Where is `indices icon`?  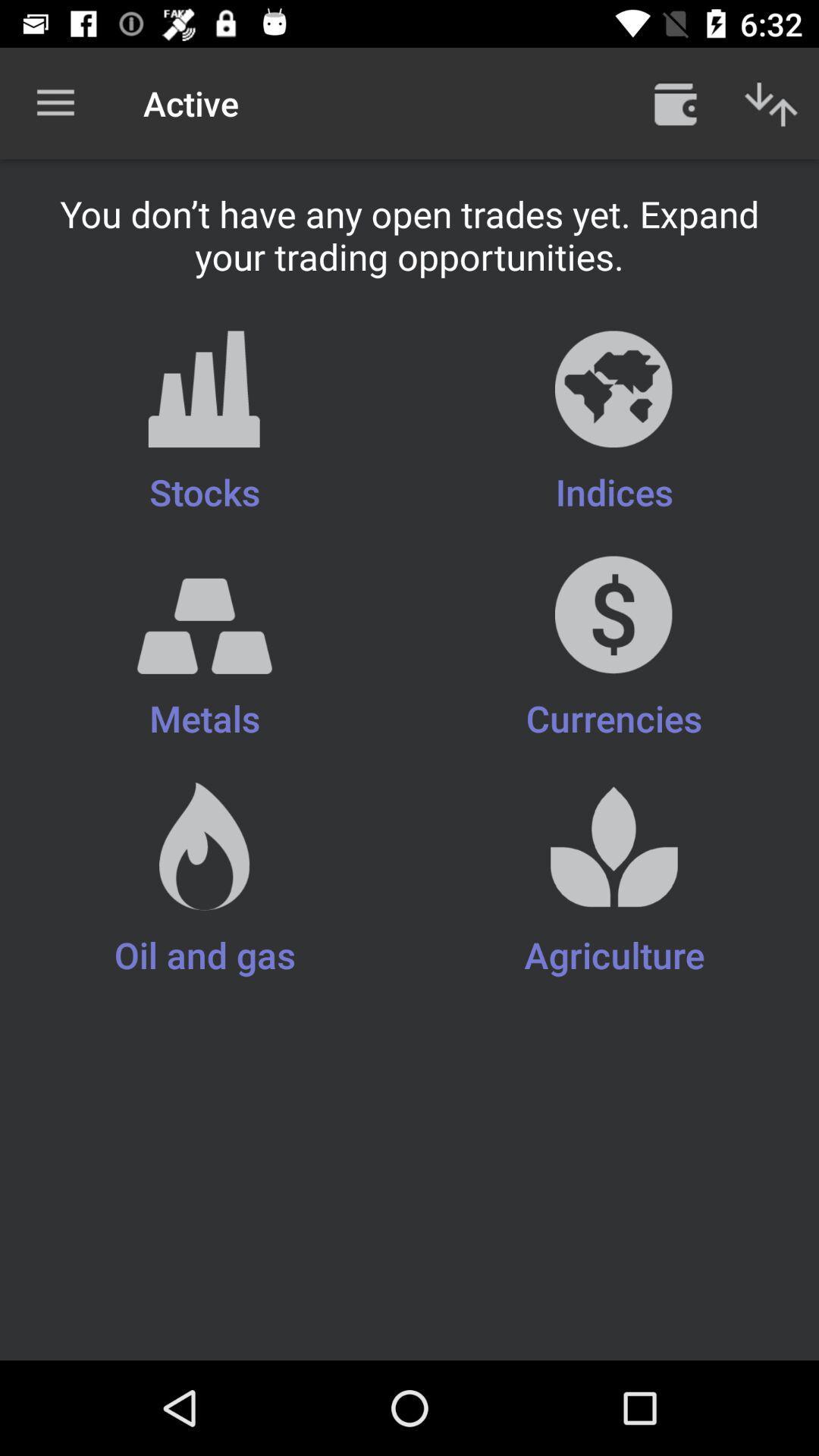
indices icon is located at coordinates (614, 423).